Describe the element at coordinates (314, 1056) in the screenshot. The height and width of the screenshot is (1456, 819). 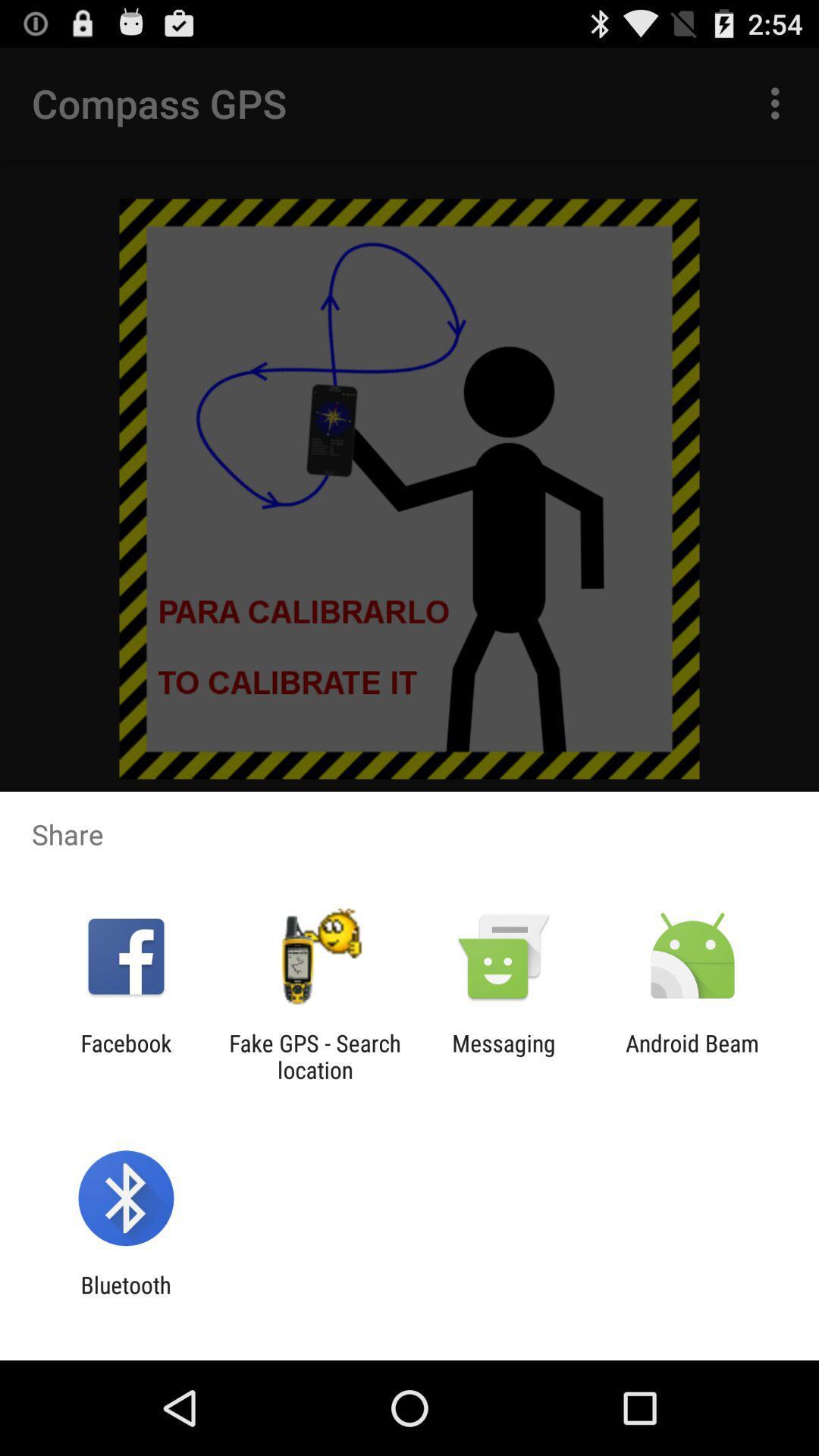
I see `item next to the facebook app` at that location.